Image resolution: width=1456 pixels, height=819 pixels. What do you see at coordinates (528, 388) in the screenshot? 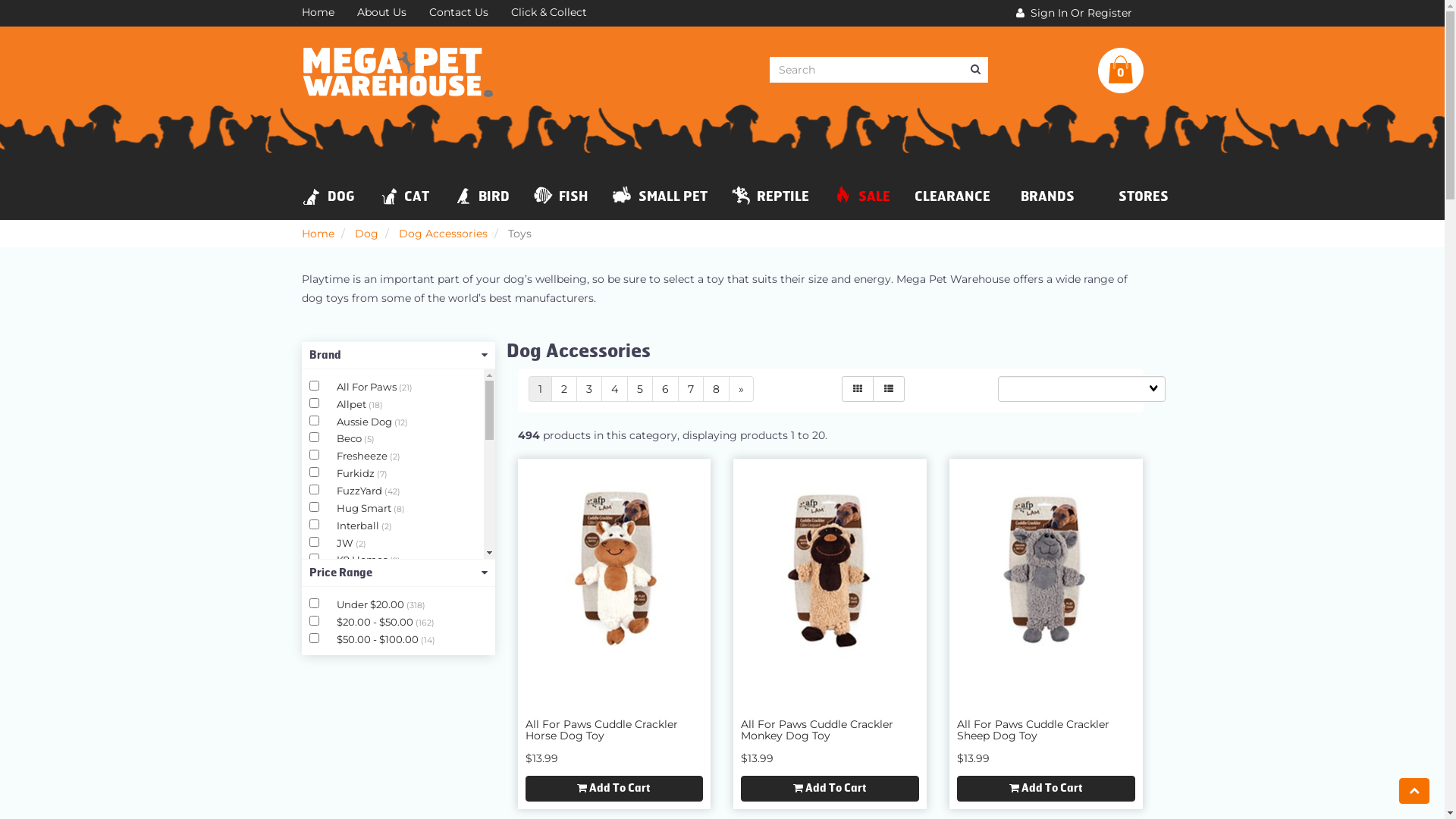
I see `'1'` at bounding box center [528, 388].